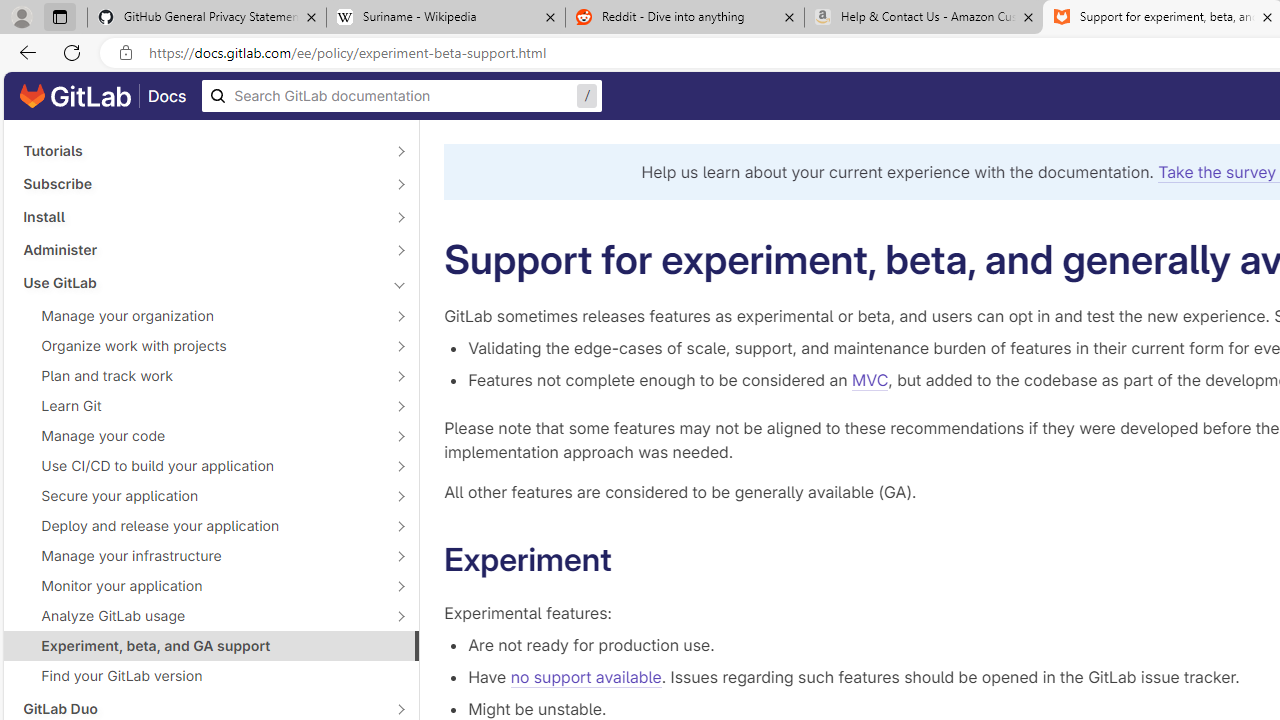 Image resolution: width=1280 pixels, height=720 pixels. I want to click on 'Suriname - Wikipedia', so click(444, 17).